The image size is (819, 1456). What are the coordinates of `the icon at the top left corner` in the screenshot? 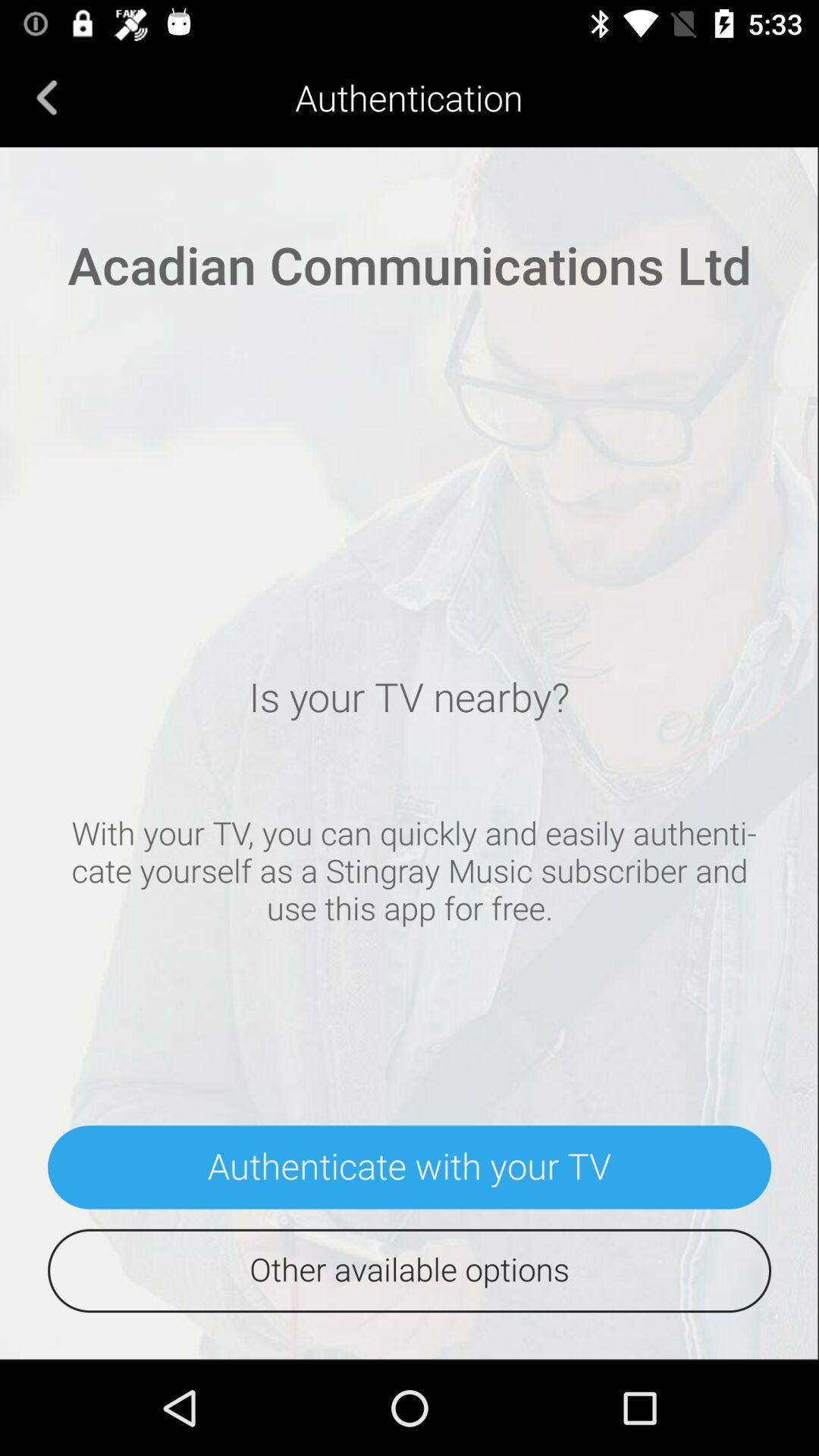 It's located at (46, 96).